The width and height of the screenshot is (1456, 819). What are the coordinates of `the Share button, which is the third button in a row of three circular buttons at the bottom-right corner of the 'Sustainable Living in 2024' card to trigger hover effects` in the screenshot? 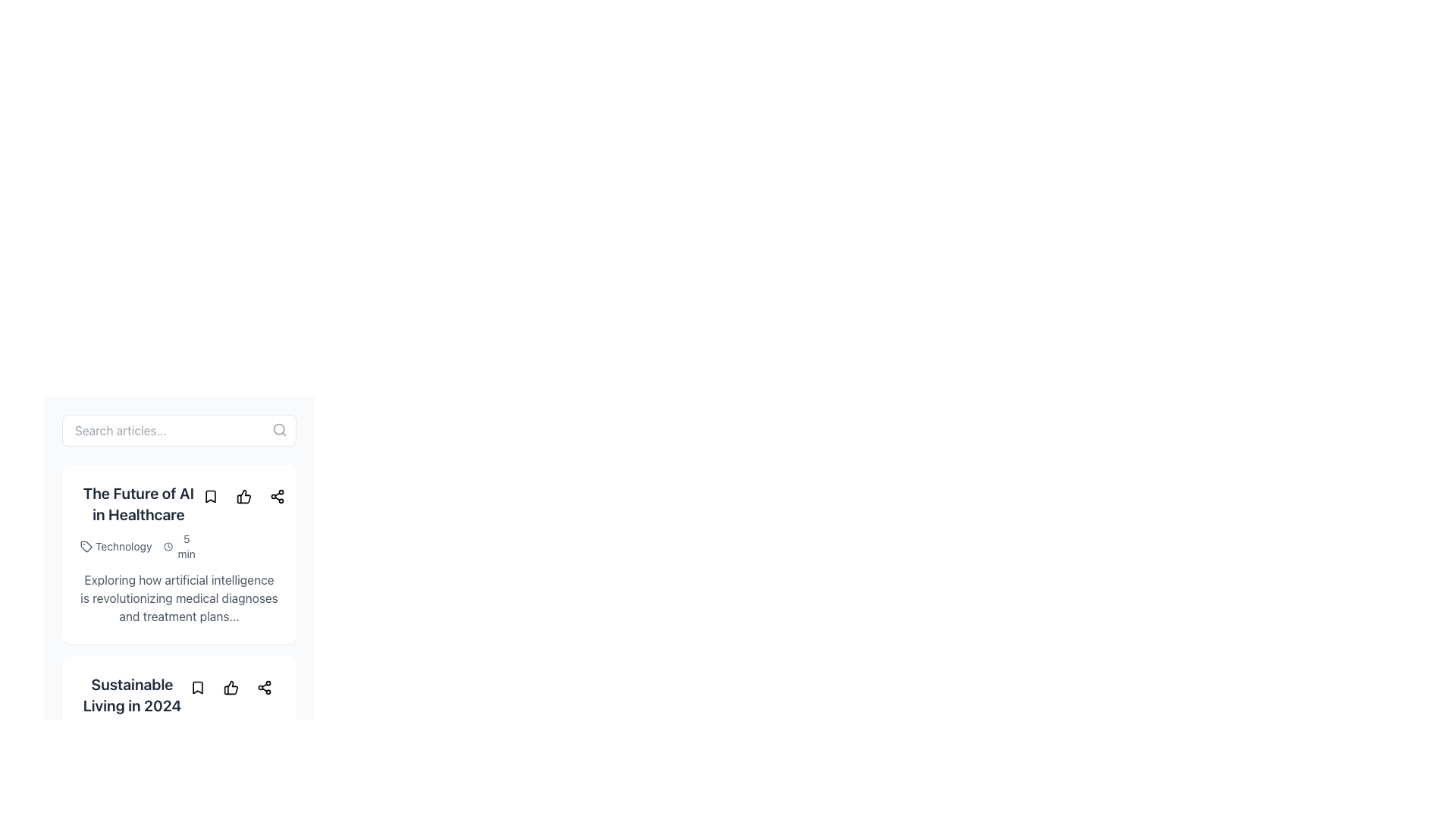 It's located at (265, 687).